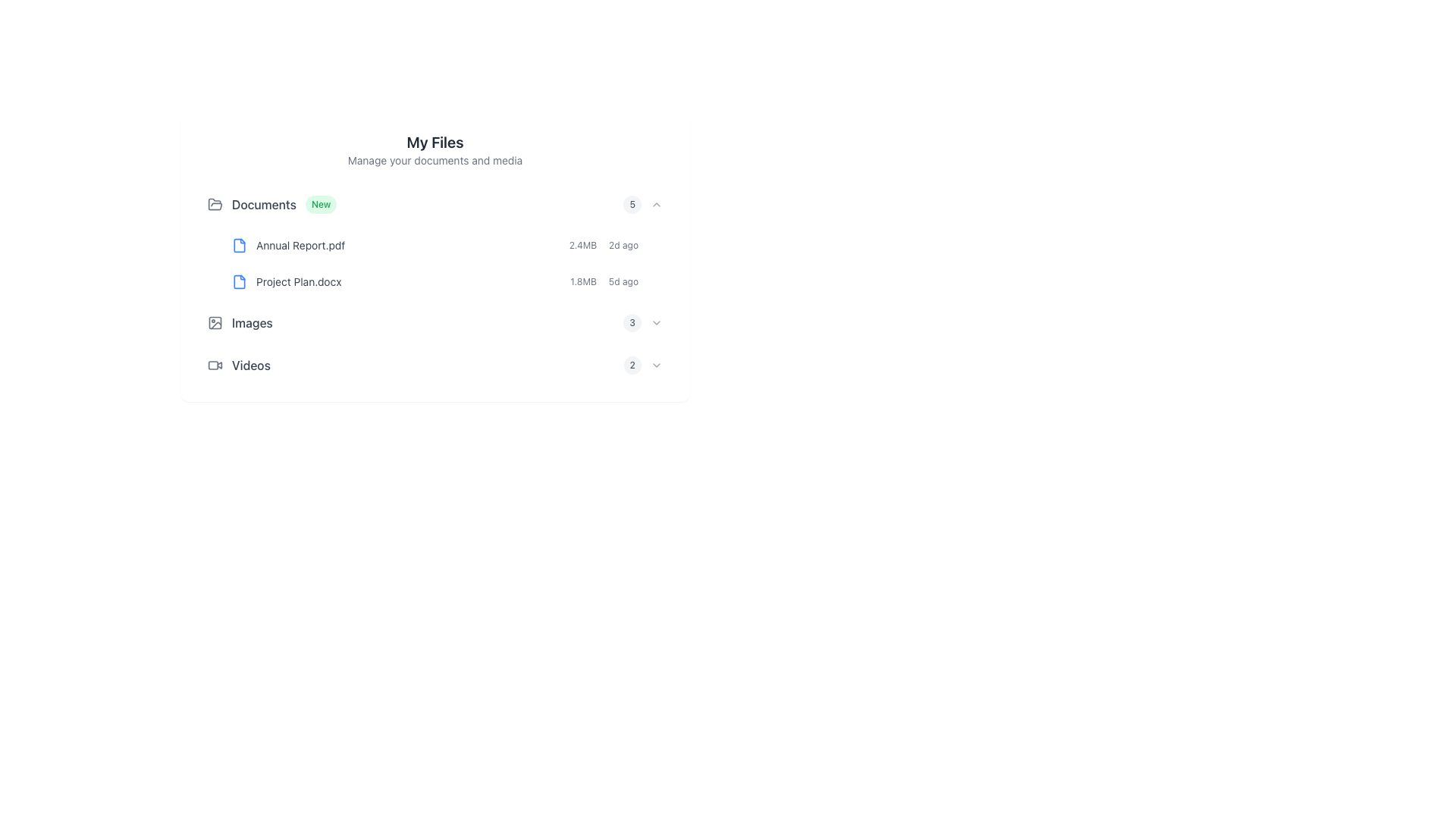  I want to click on the text element associated with the icon located below the 'Images' section, so click(238, 366).